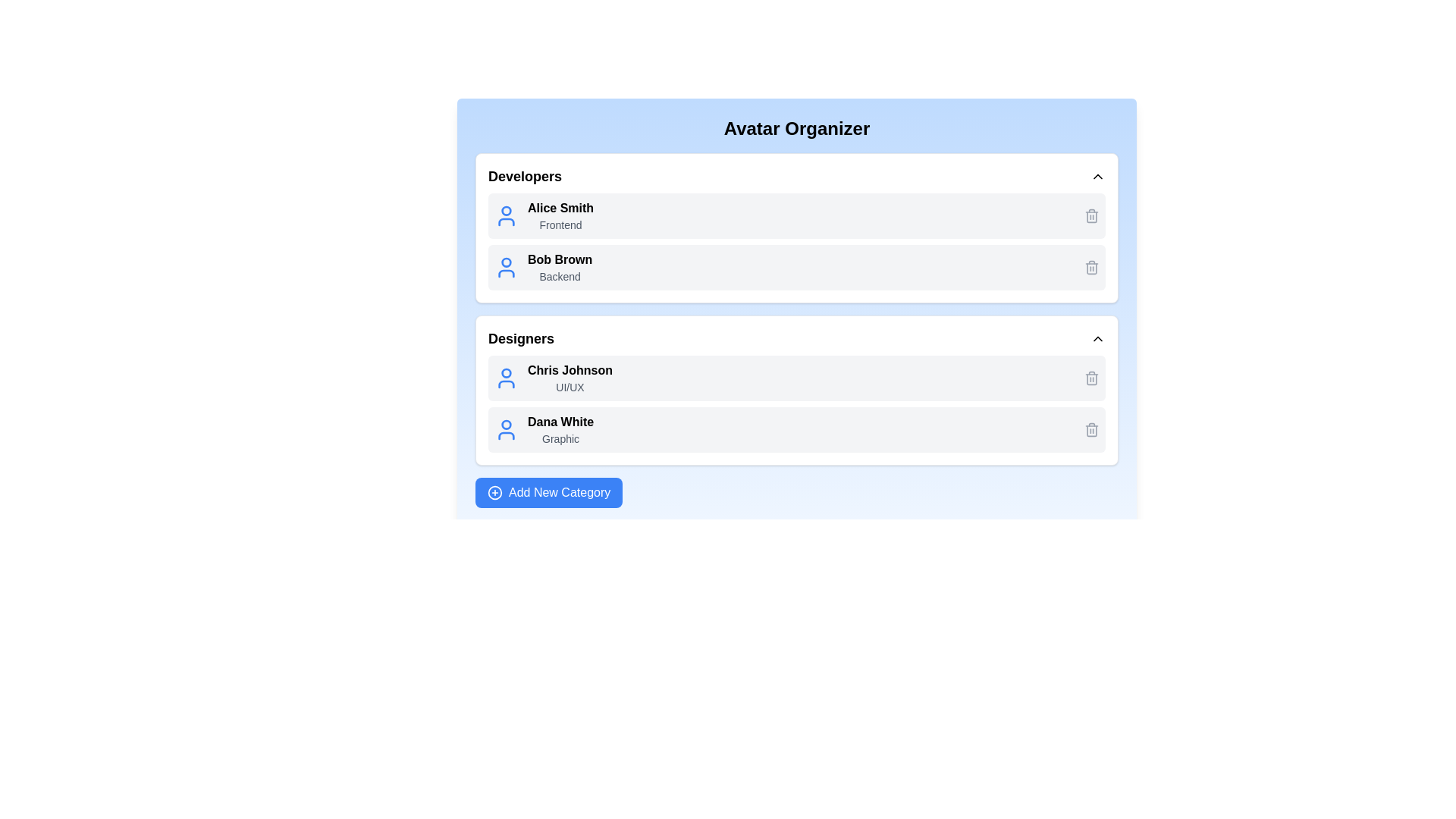 The width and height of the screenshot is (1456, 819). What do you see at coordinates (1098, 175) in the screenshot?
I see `the Chevron icon located to the far right of the 'Developers' header` at bounding box center [1098, 175].